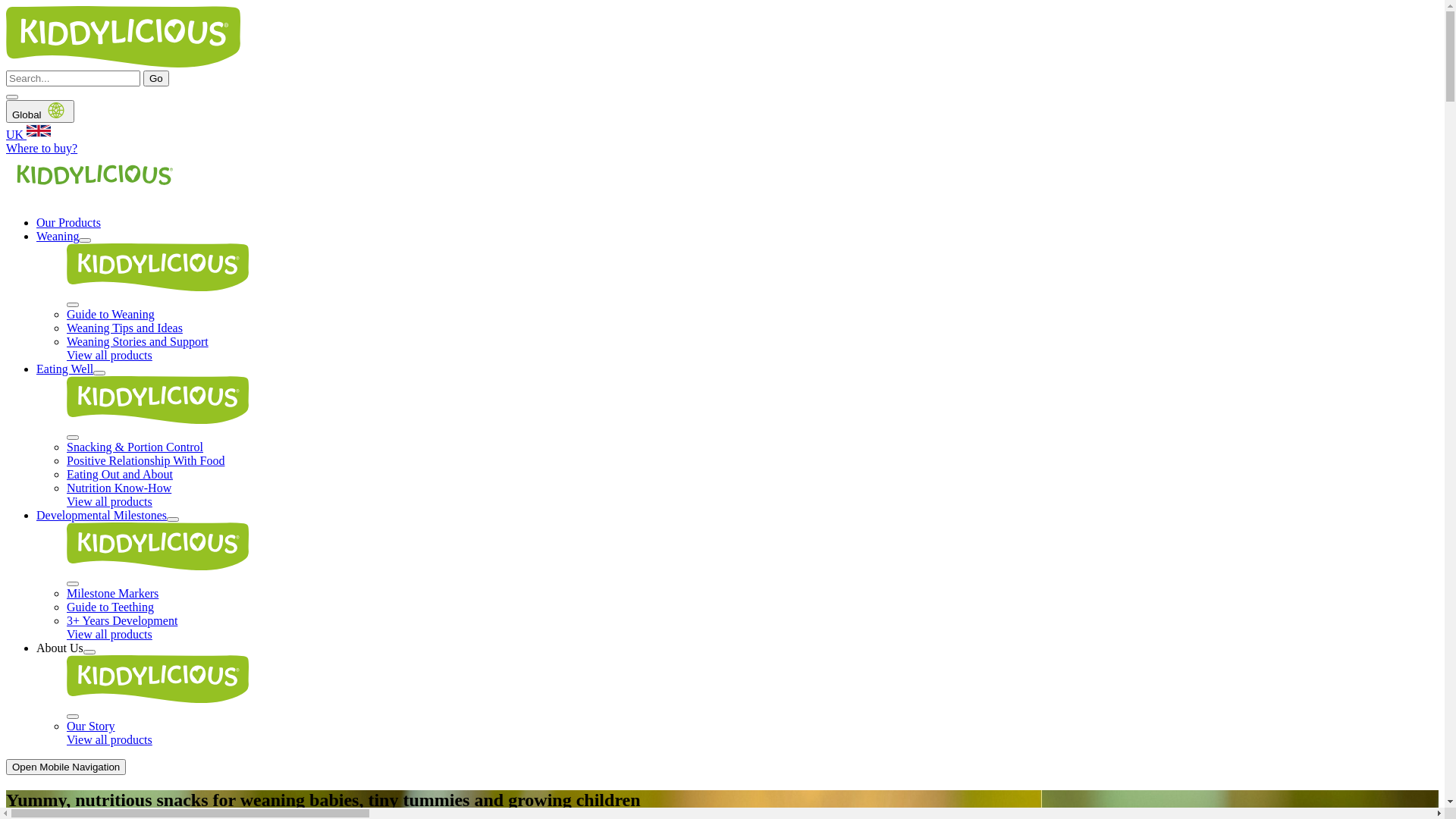 Image resolution: width=1456 pixels, height=819 pixels. Describe the element at coordinates (122, 620) in the screenshot. I see `'3+ Years Development'` at that location.